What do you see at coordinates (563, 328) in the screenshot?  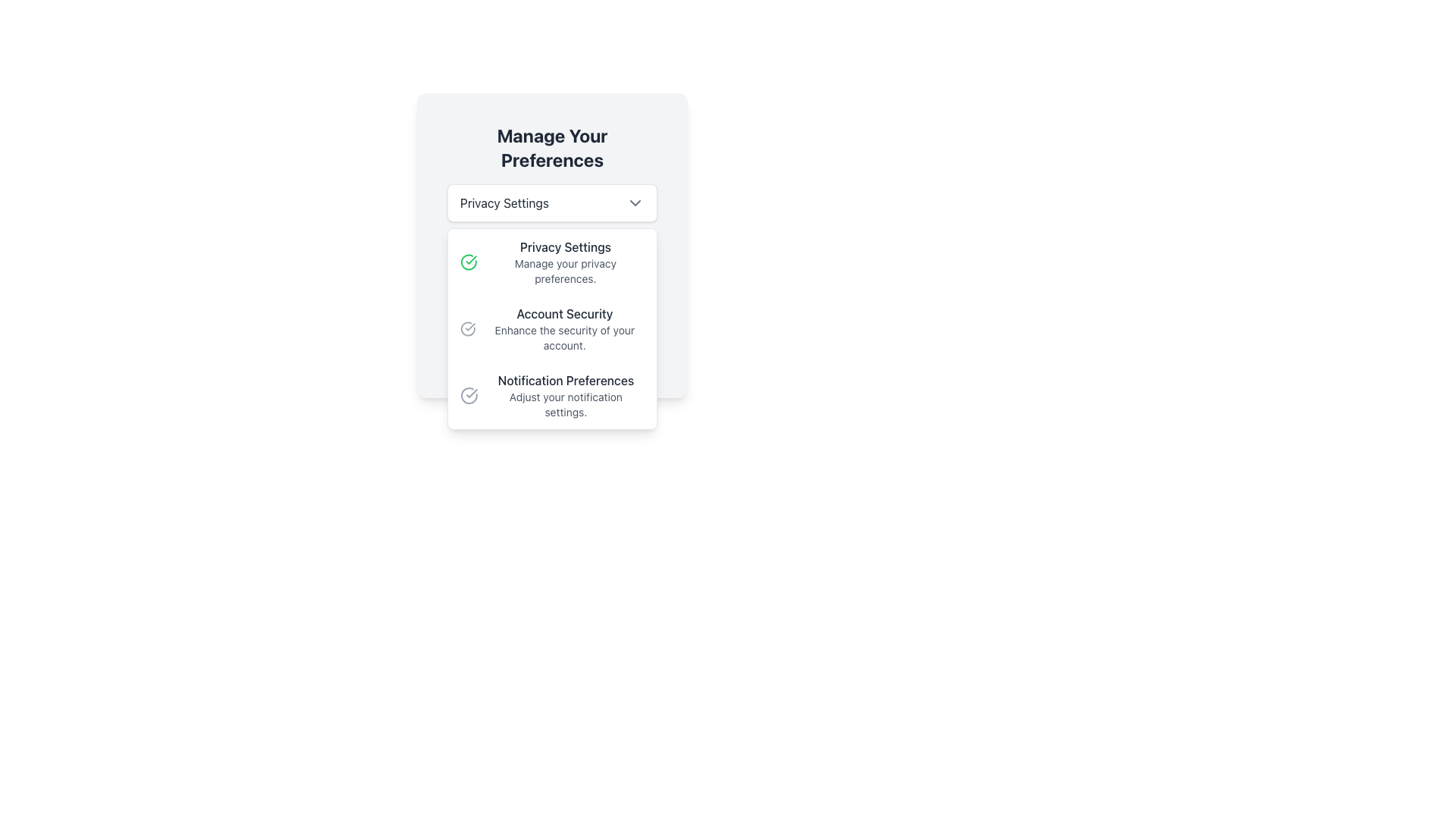 I see `informational text block about enhancing account security, which is the second item in the settings menu list, located below 'Privacy Settings' and above 'Notification Preferences'` at bounding box center [563, 328].